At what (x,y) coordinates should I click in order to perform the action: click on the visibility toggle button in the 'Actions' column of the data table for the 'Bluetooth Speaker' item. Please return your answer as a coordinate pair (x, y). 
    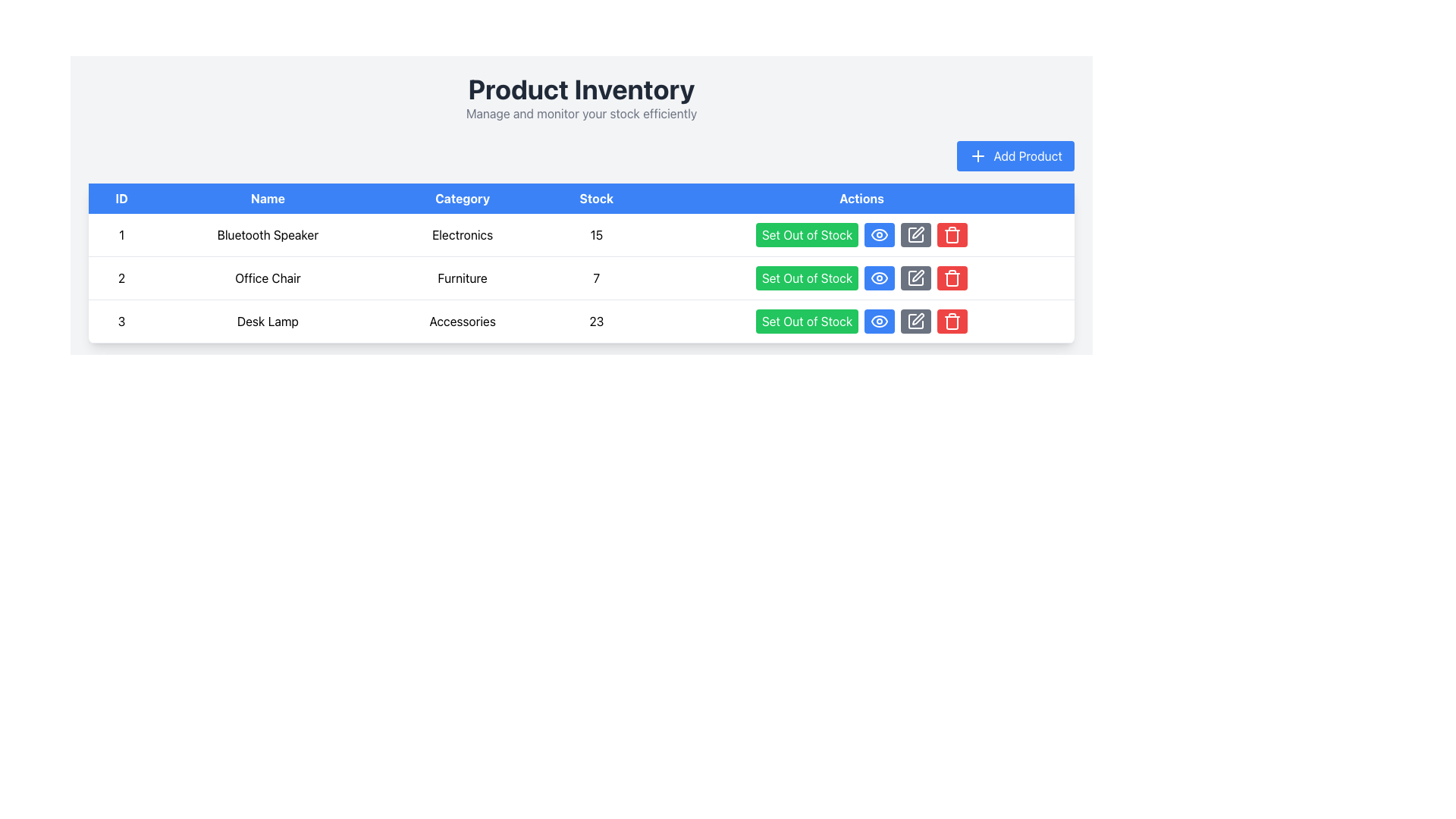
    Looking at the image, I should click on (880, 234).